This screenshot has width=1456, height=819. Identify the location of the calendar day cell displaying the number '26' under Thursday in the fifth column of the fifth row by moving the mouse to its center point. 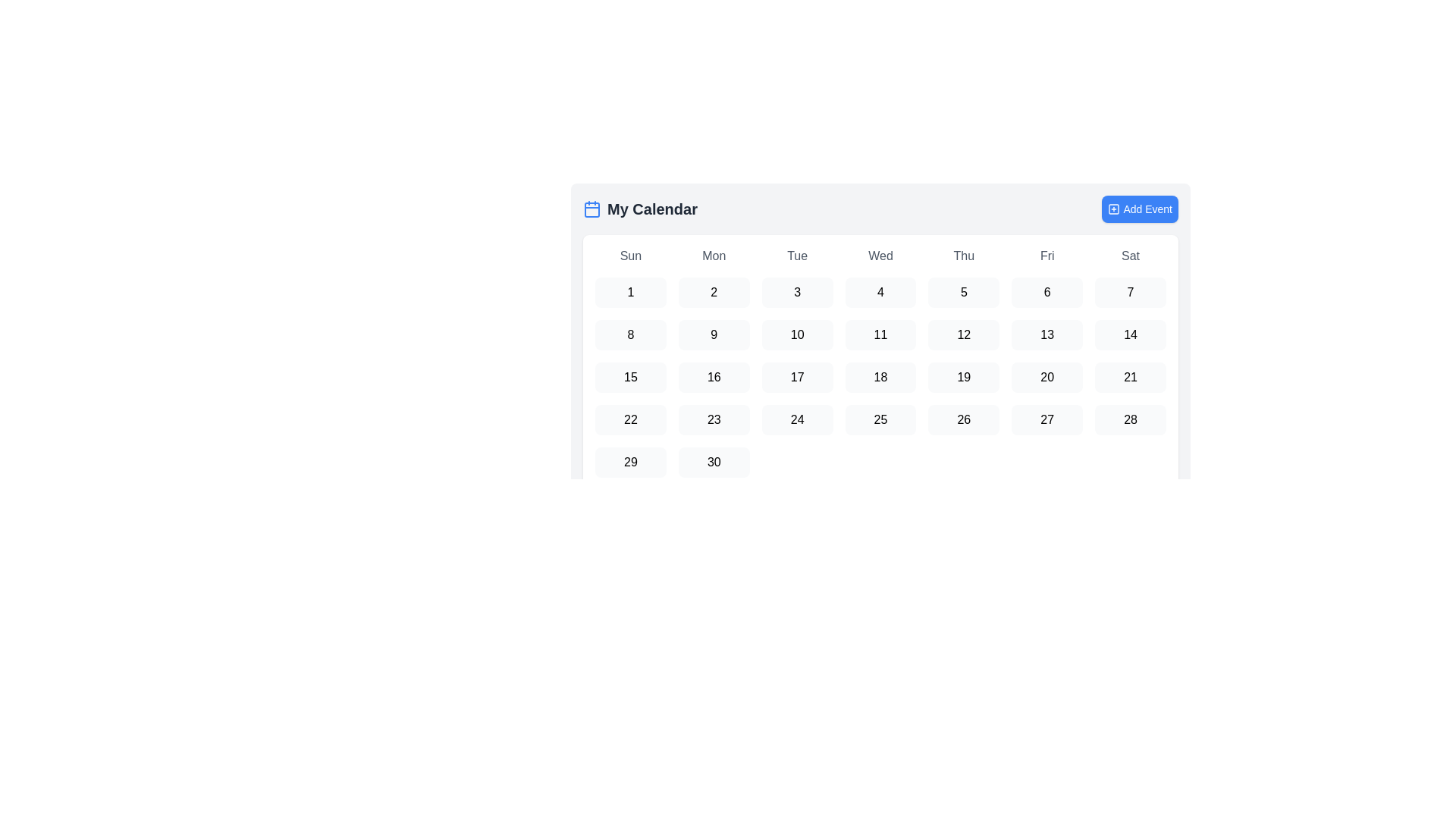
(963, 420).